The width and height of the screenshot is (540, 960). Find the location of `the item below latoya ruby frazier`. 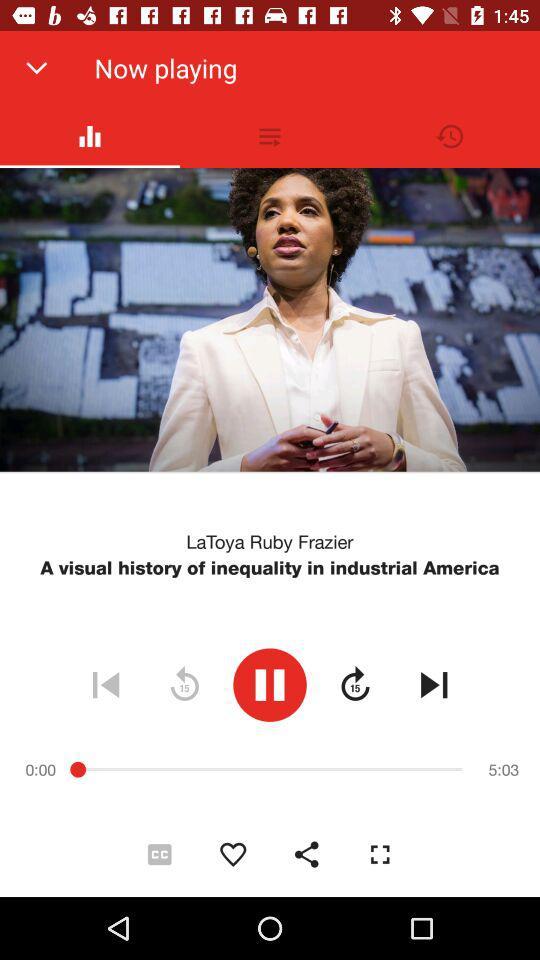

the item below latoya ruby frazier is located at coordinates (270, 568).